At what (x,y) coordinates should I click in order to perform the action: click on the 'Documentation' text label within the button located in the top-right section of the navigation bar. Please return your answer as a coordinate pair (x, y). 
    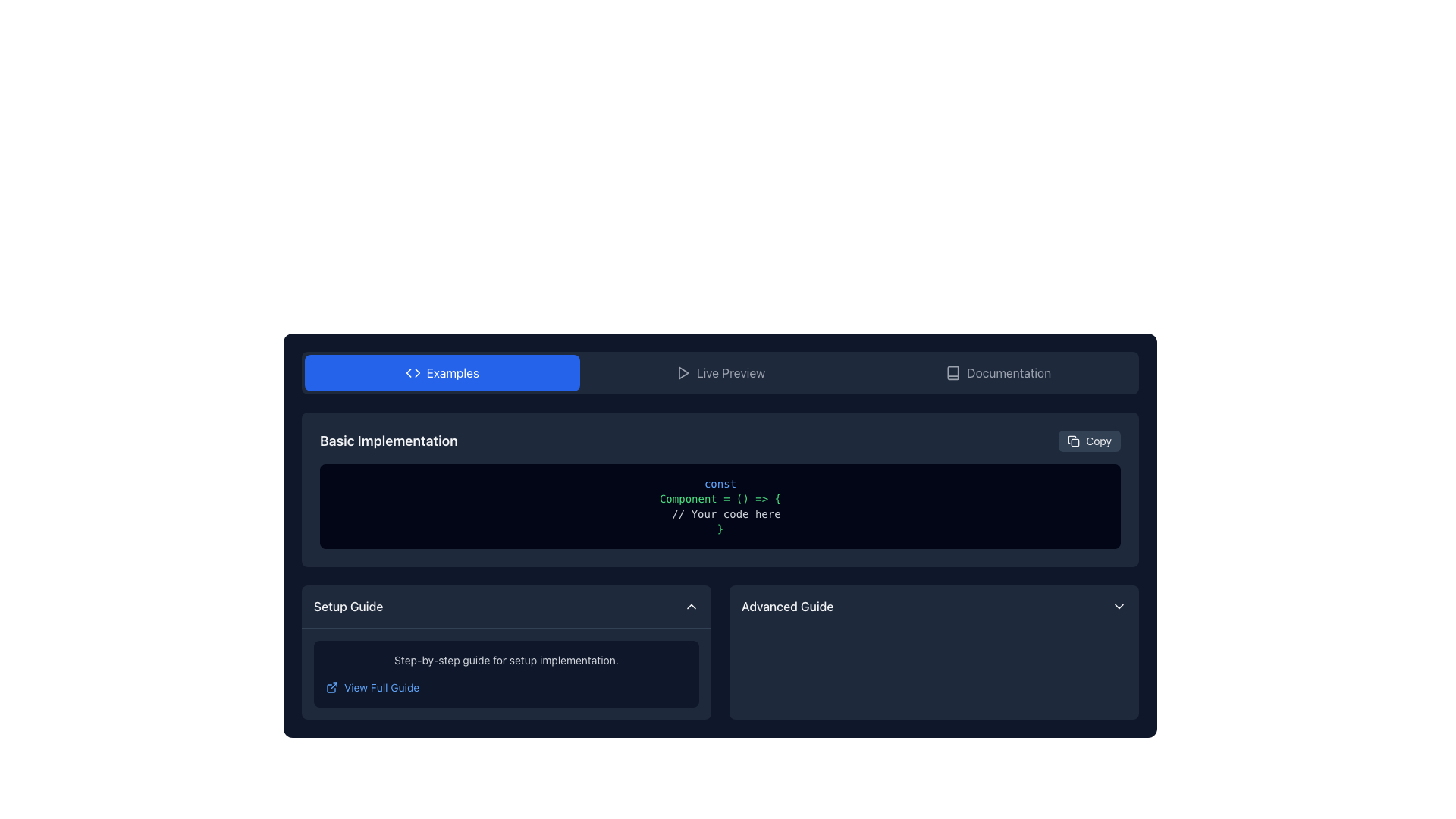
    Looking at the image, I should click on (1009, 373).